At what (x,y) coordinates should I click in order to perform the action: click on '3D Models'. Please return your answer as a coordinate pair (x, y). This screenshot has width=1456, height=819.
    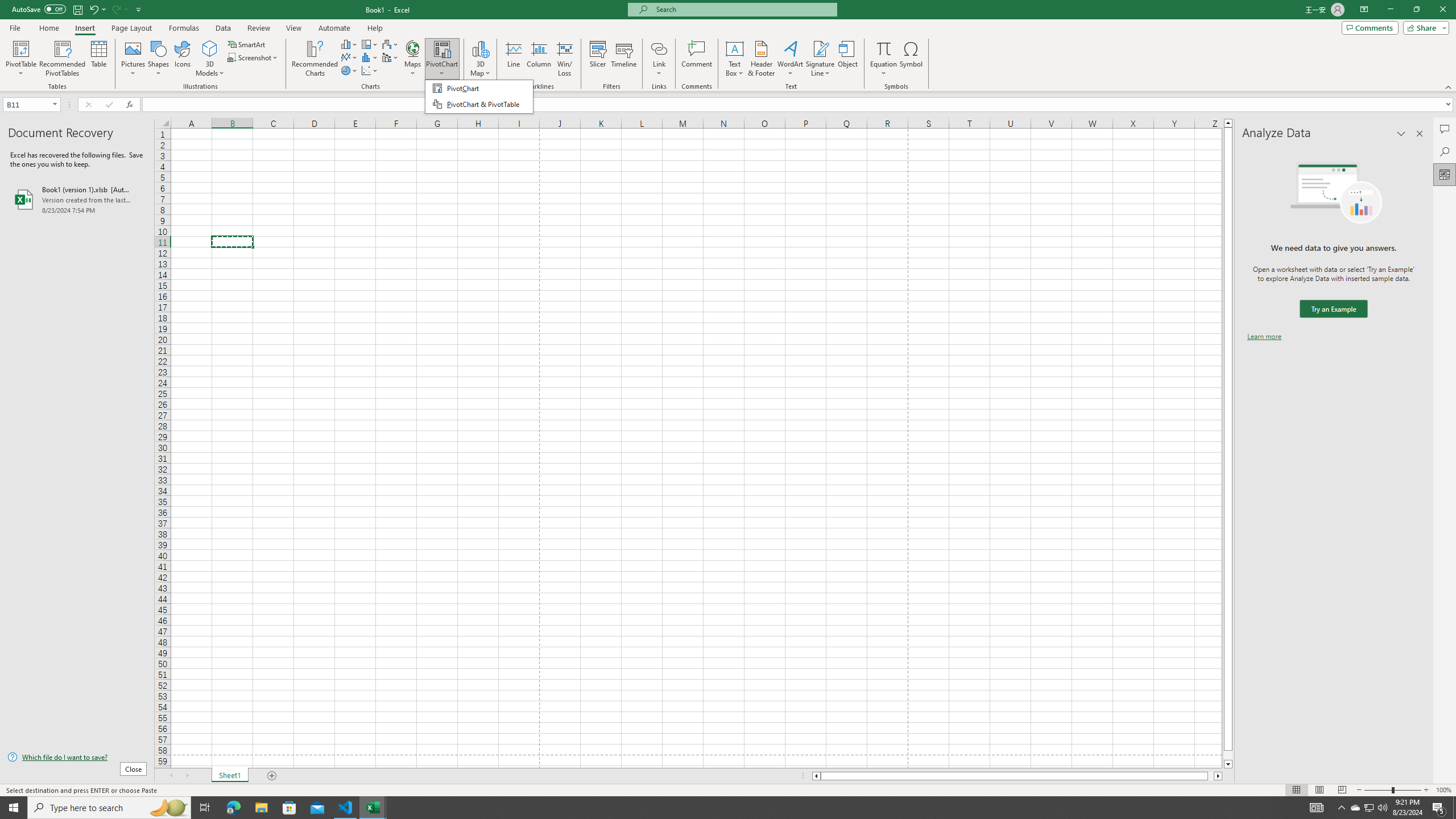
    Looking at the image, I should click on (209, 59).